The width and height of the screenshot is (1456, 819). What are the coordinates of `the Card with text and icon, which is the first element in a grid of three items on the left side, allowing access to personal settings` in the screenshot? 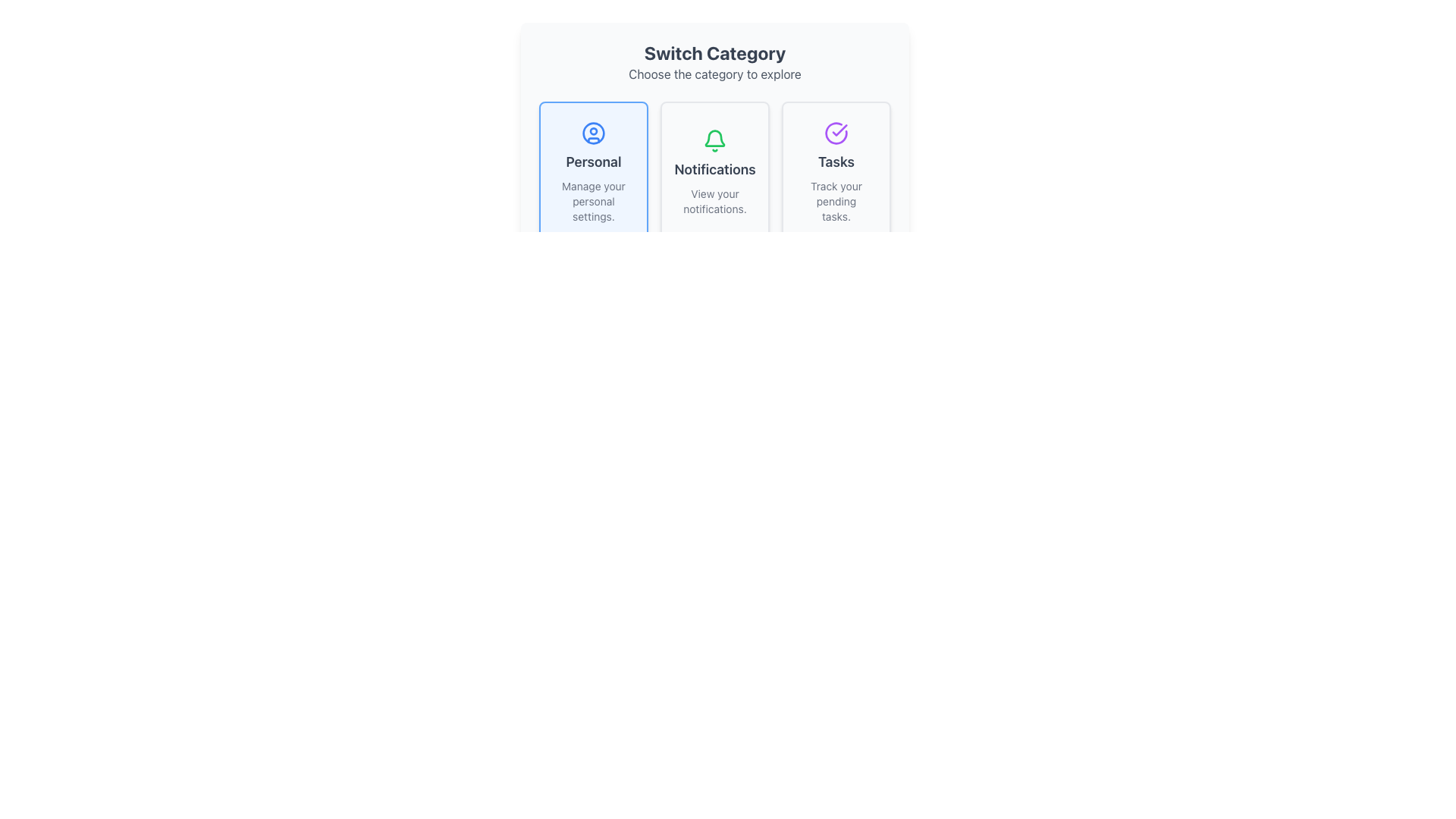 It's located at (592, 171).